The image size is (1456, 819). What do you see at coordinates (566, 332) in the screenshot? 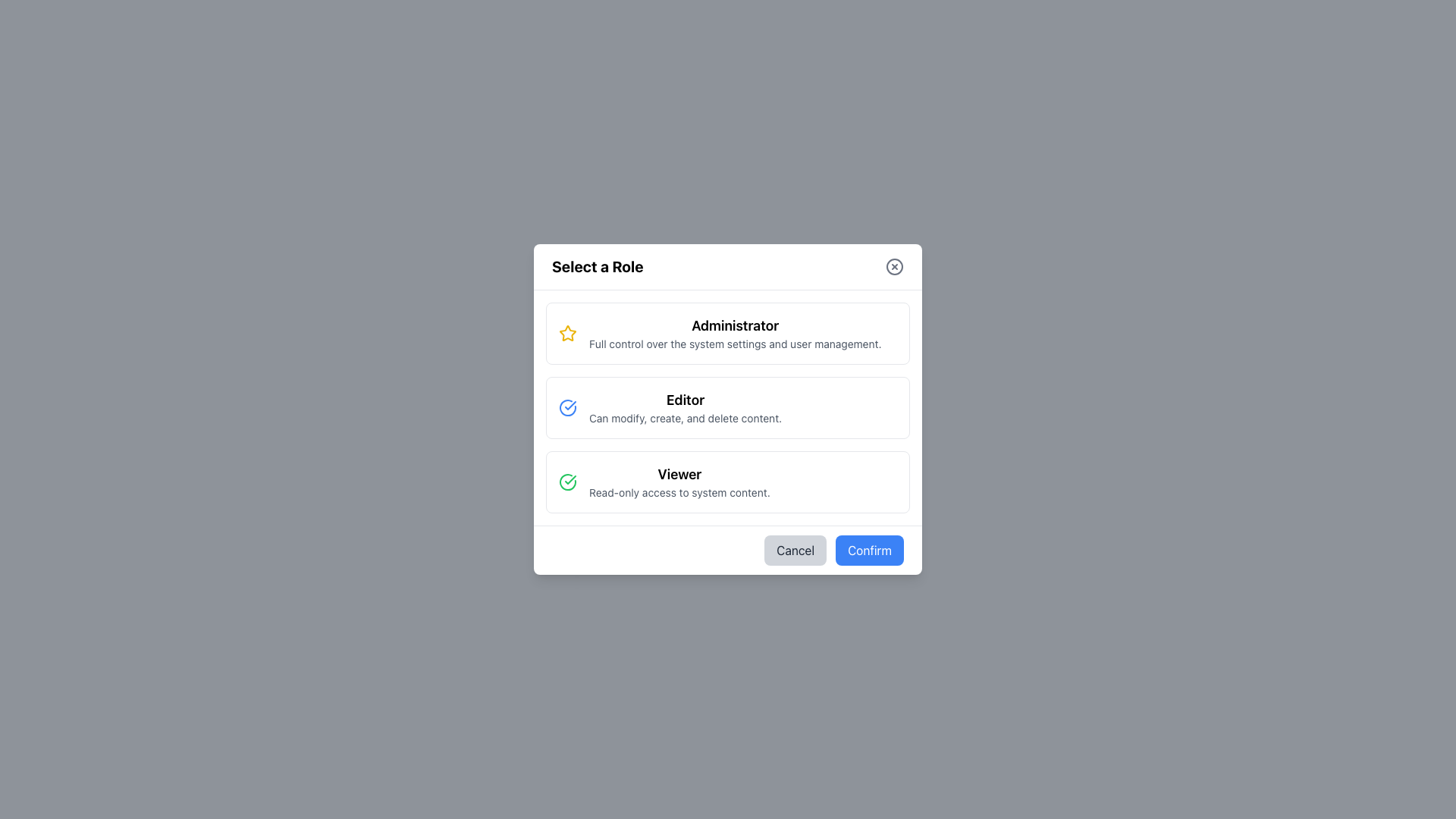
I see `the yellow star icon located in the 'Administrator' panel, which indicates full control over the system settings and user management` at bounding box center [566, 332].